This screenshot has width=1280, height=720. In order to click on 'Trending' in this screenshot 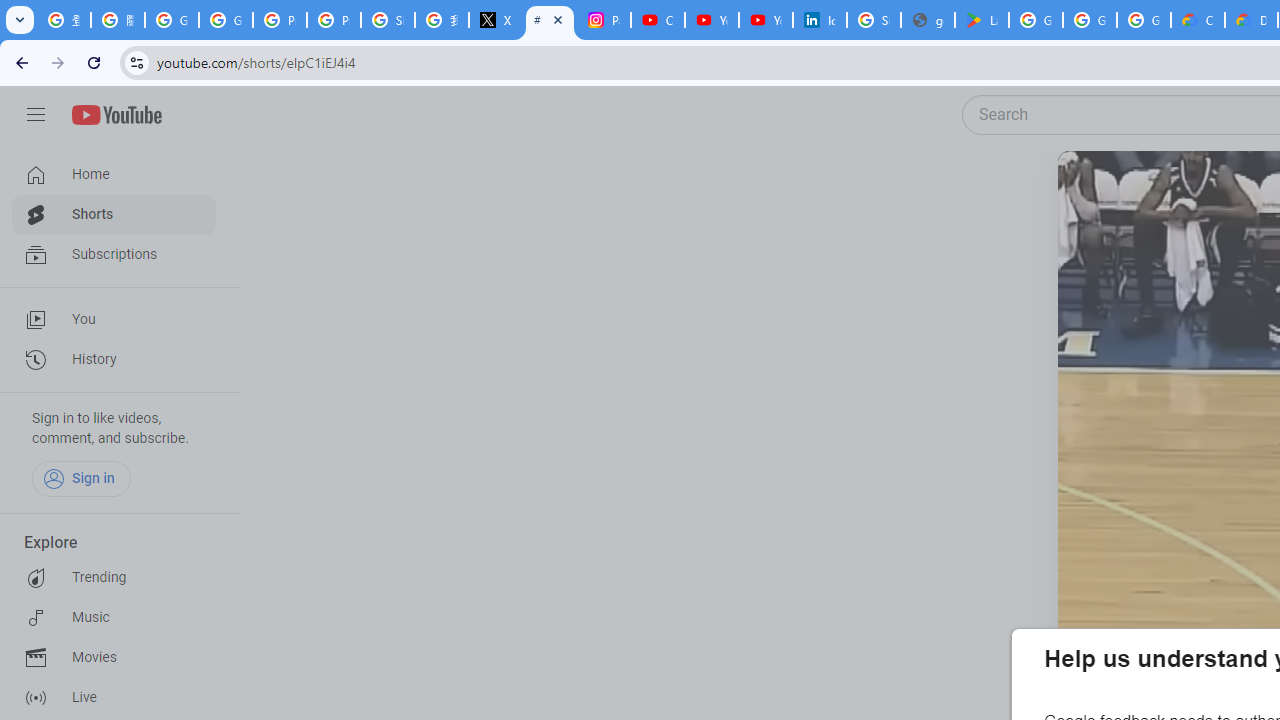, I will do `click(112, 578)`.